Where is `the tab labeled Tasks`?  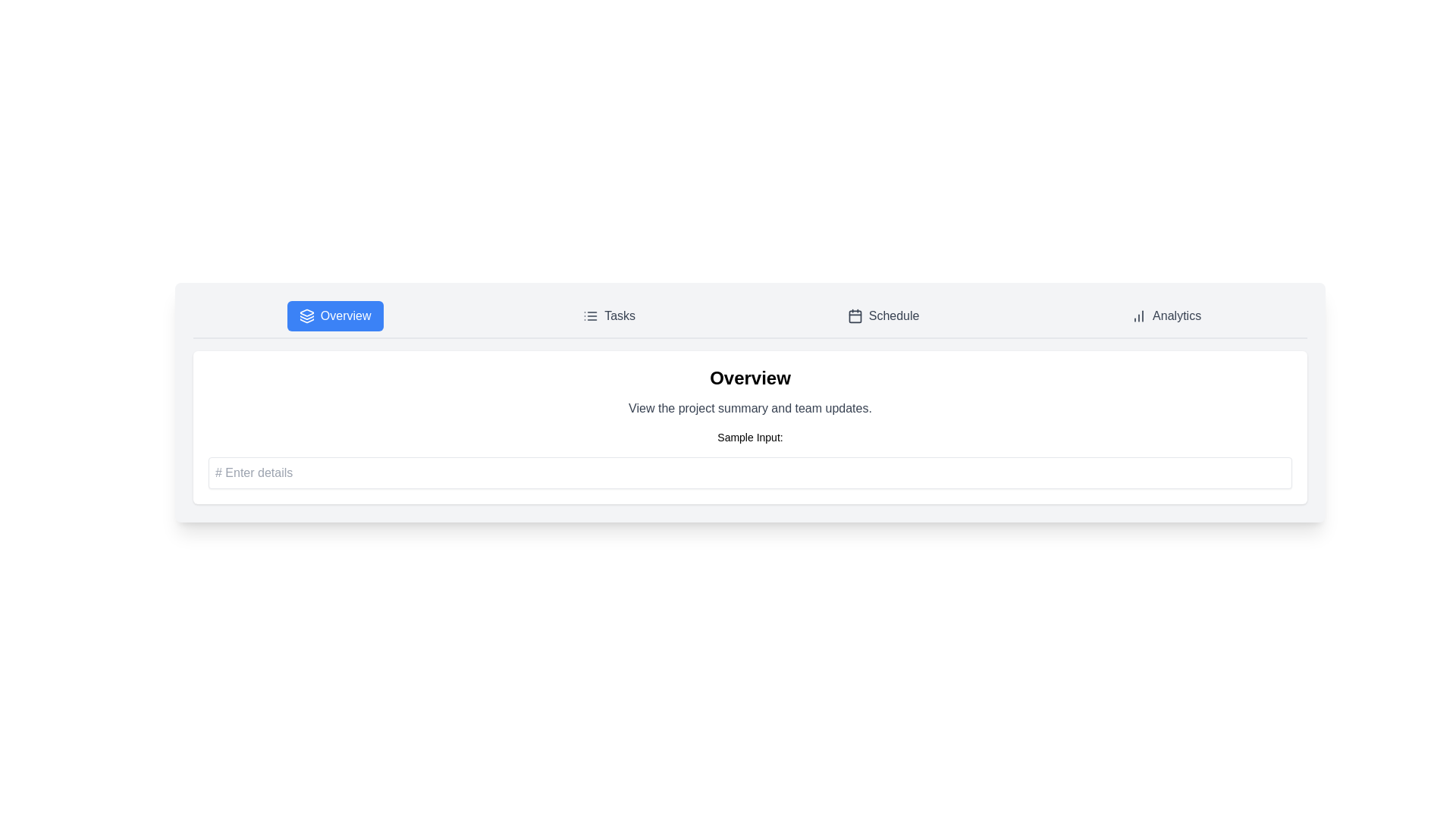 the tab labeled Tasks is located at coordinates (608, 315).